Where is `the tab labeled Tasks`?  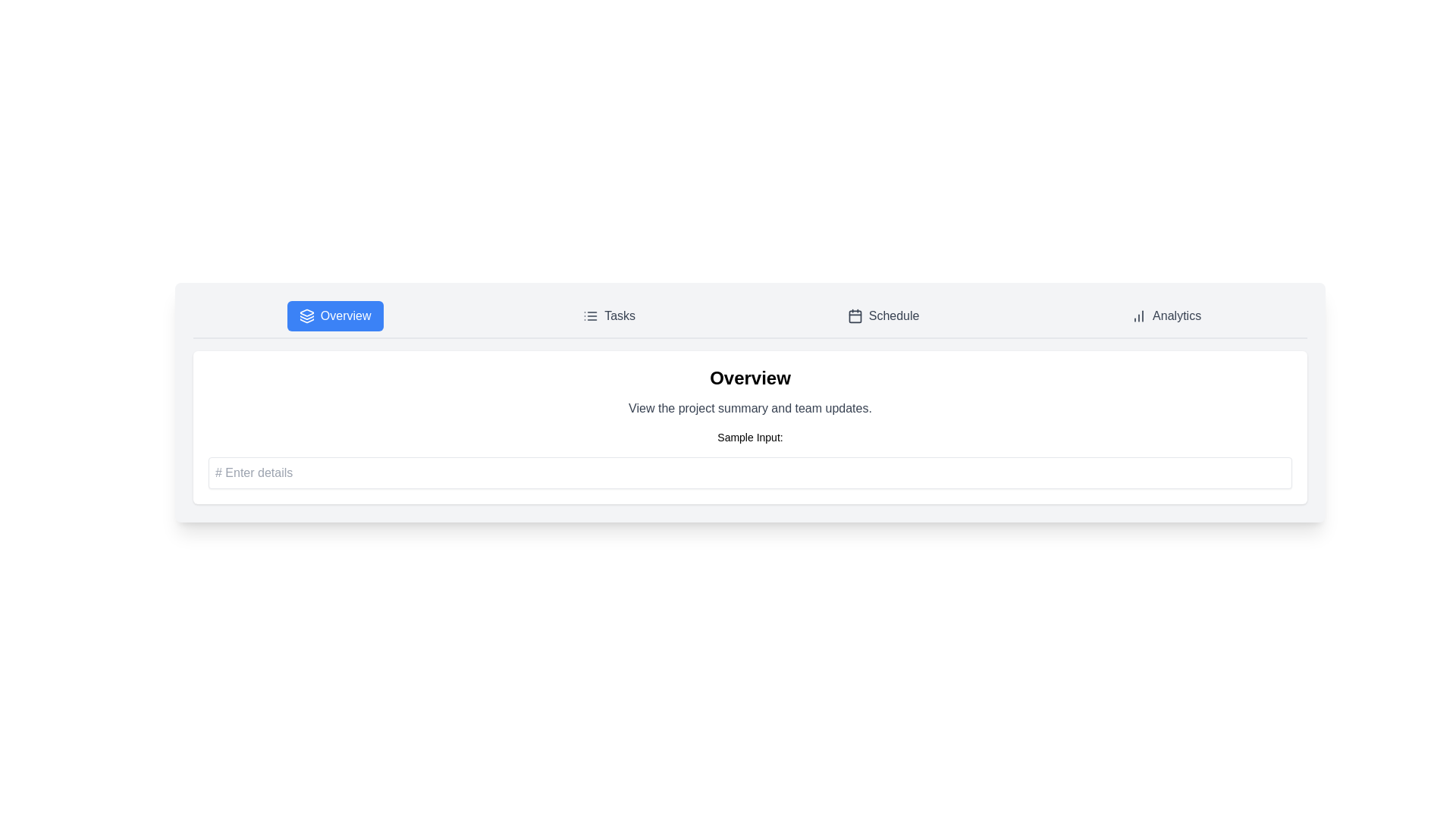 the tab labeled Tasks is located at coordinates (608, 315).